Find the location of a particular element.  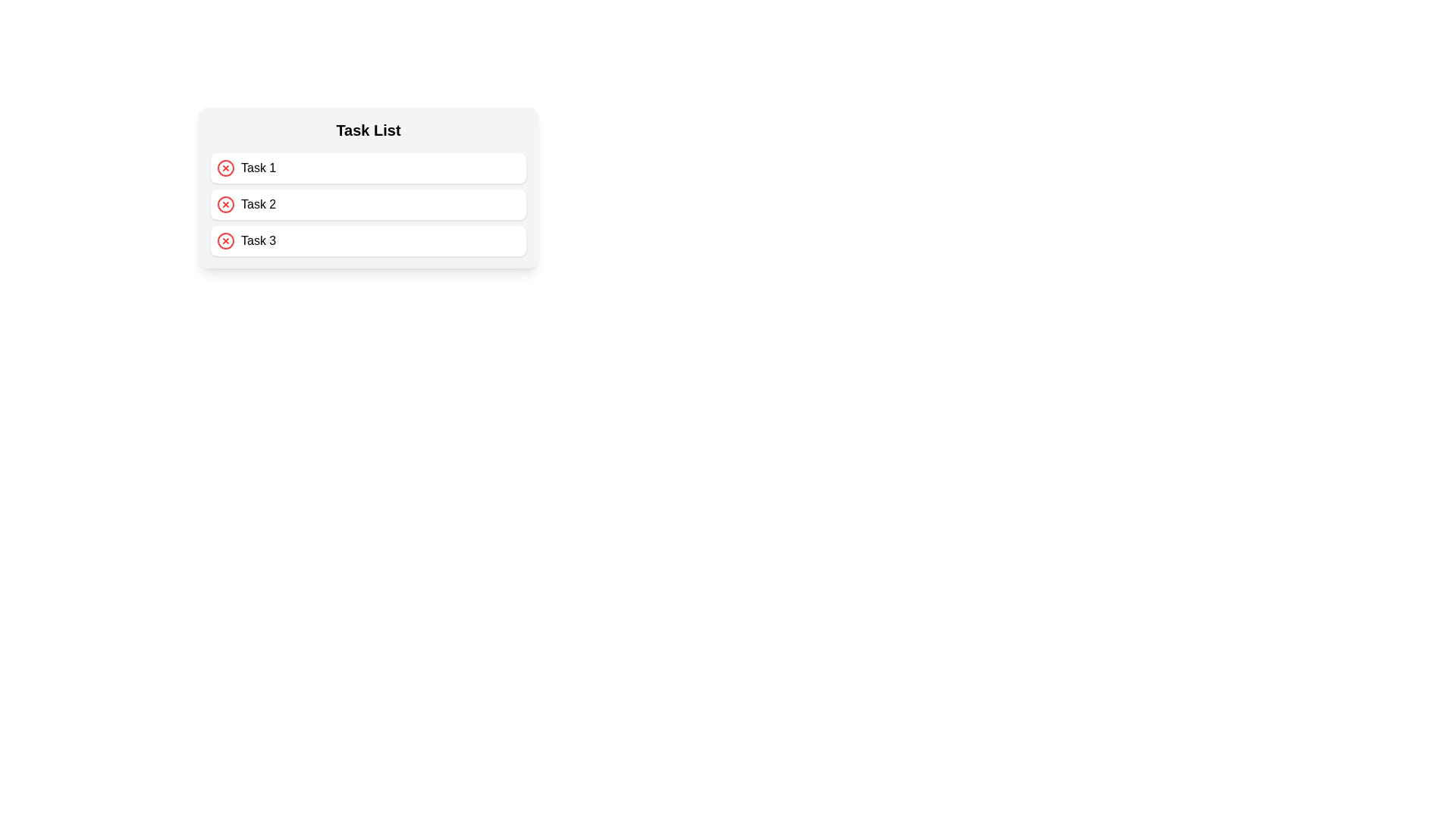

the circular background of the cancel or delete button associated with 'Task 1' is located at coordinates (224, 168).